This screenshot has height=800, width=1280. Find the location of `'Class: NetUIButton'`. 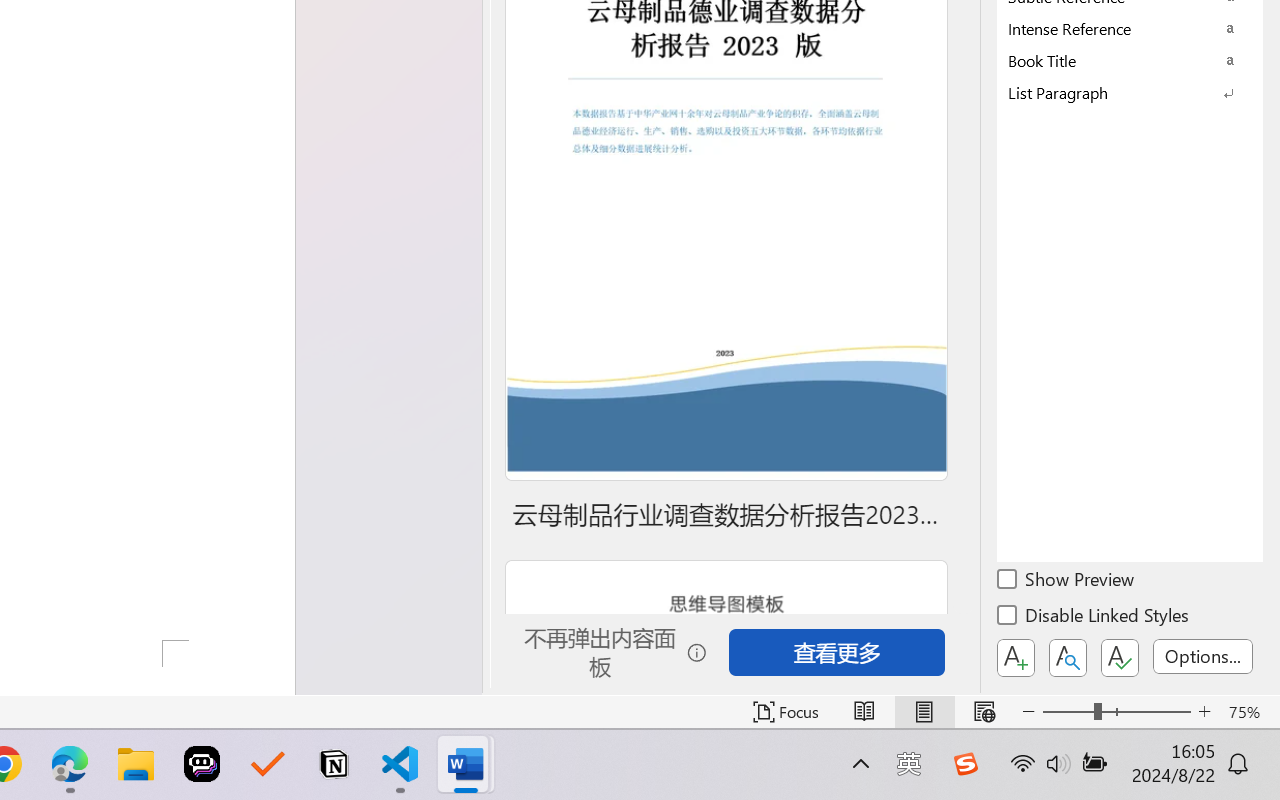

'Class: NetUIButton' is located at coordinates (1120, 657).